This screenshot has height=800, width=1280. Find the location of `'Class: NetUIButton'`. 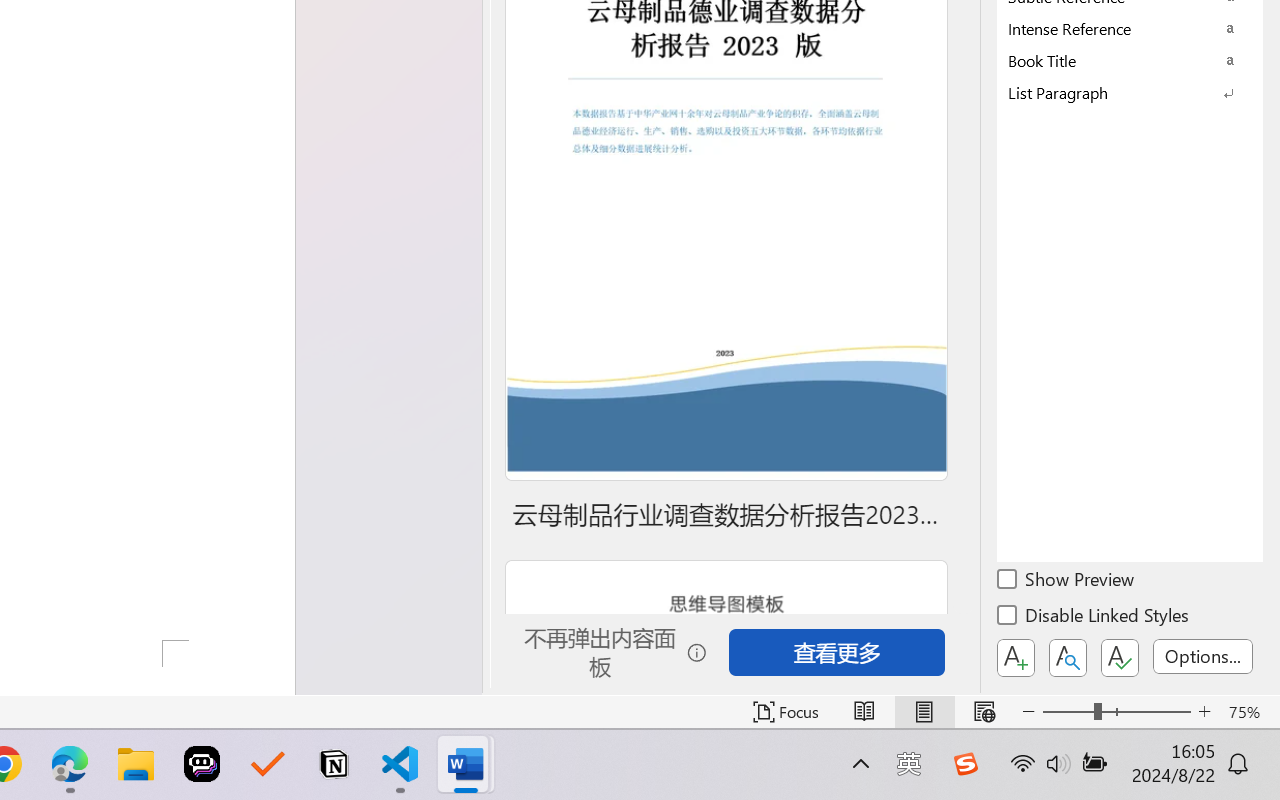

'Class: NetUIButton' is located at coordinates (1120, 657).